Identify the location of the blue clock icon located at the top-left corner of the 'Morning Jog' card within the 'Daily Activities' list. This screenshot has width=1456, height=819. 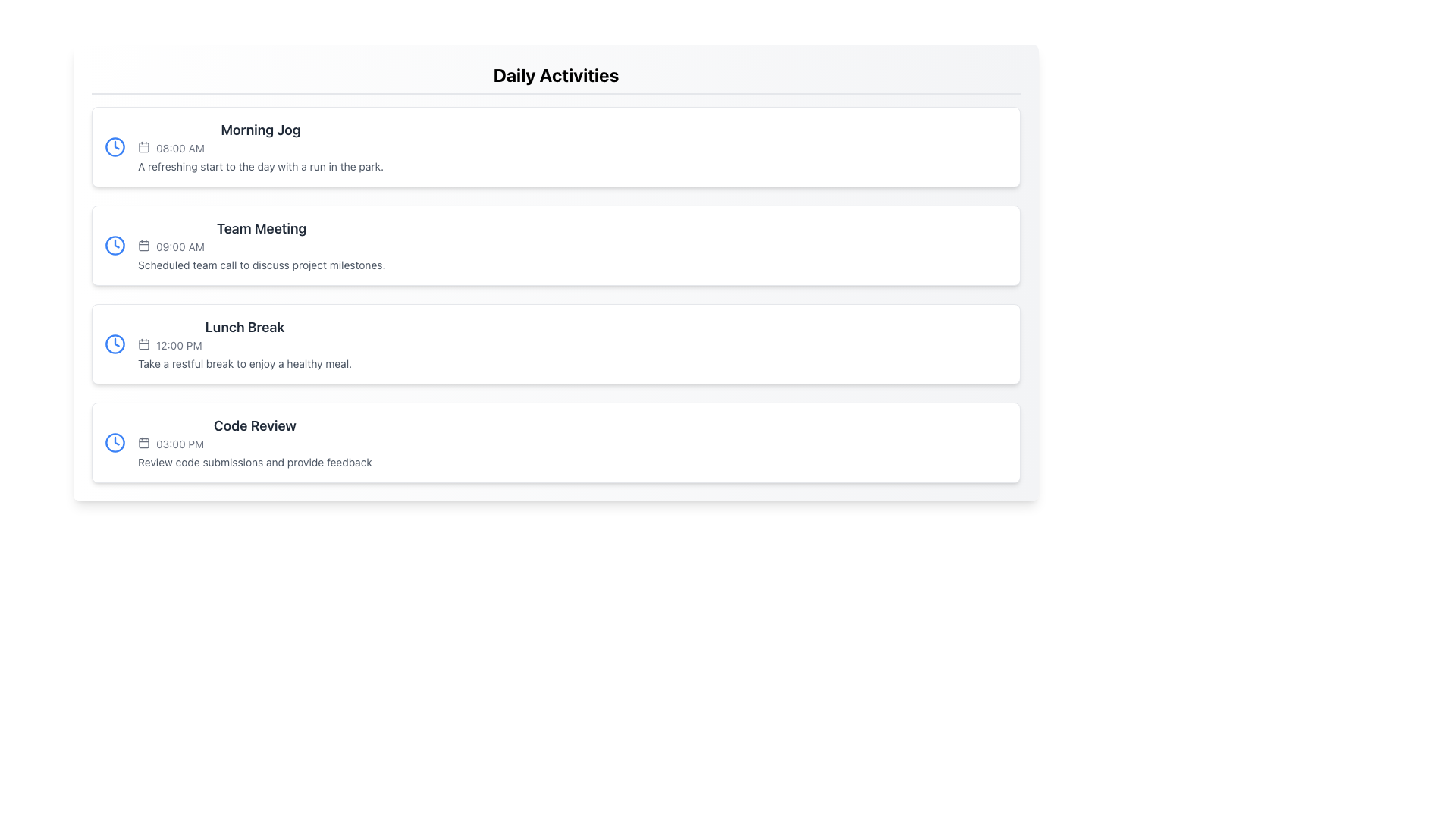
(115, 146).